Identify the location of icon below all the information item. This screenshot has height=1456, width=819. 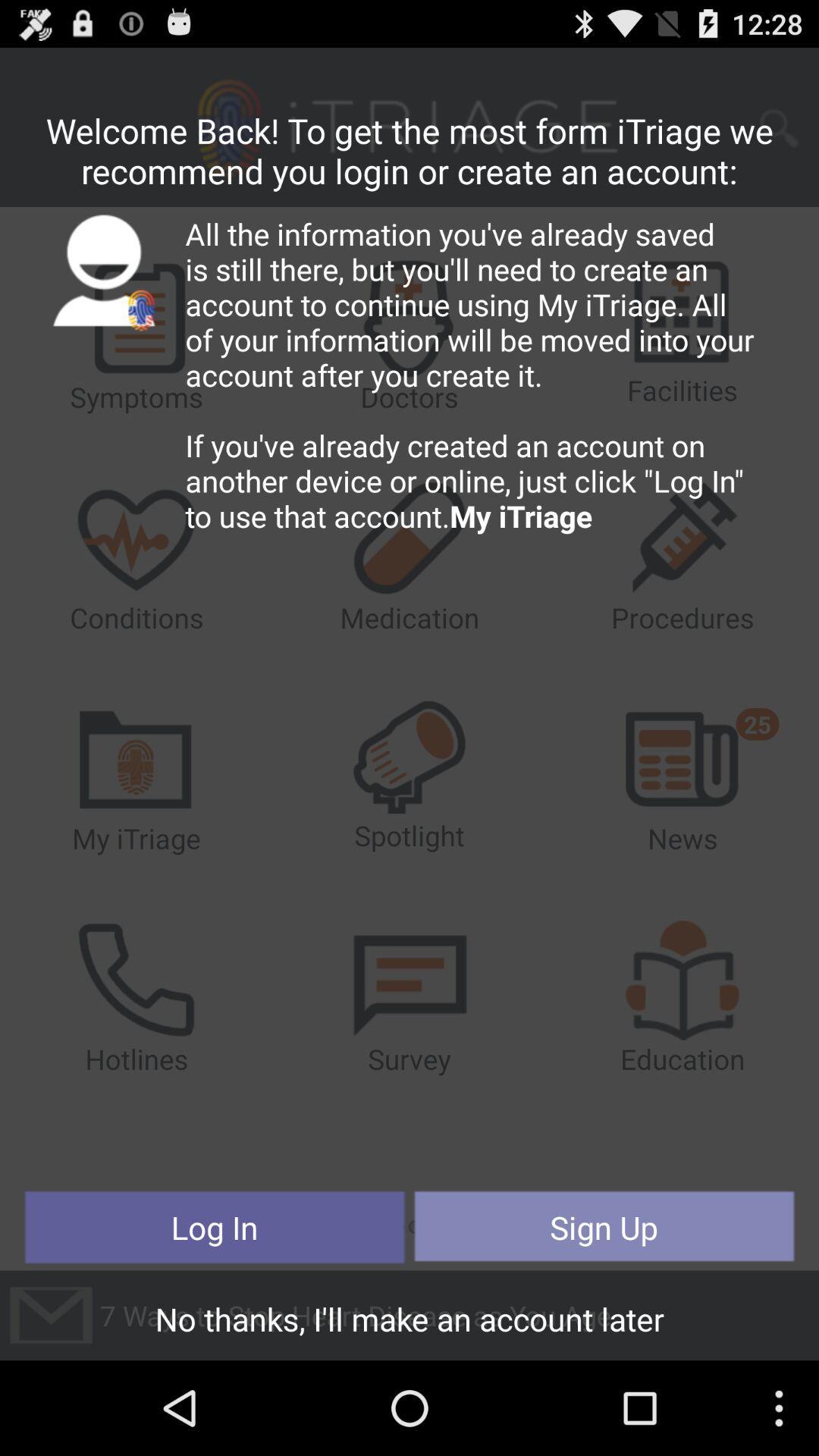
(215, 1227).